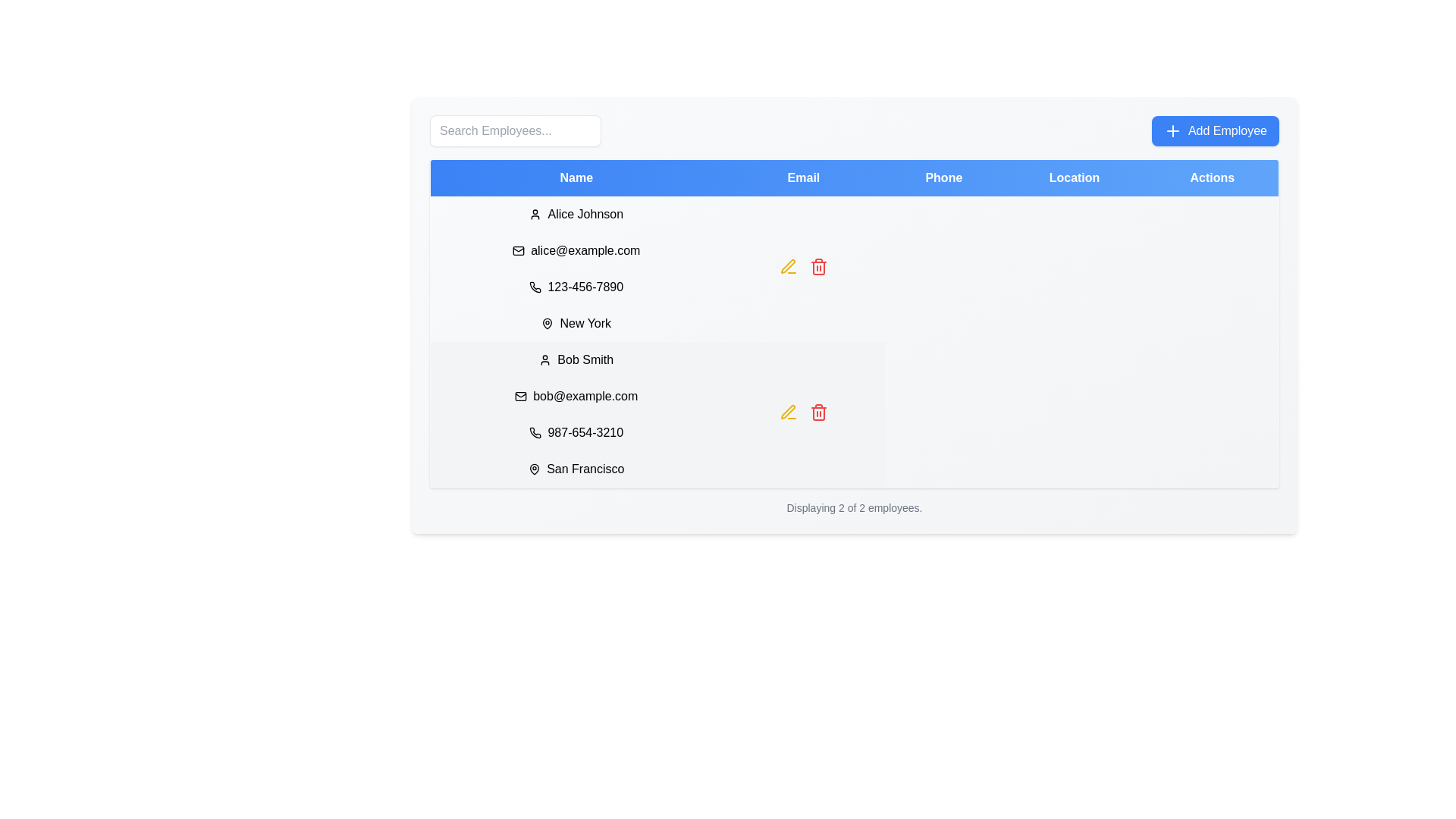 The height and width of the screenshot is (819, 1456). Describe the element at coordinates (576, 359) in the screenshot. I see `the display label for a person's name located in the second row of the table under the 'Name' column, to the left of the email 'bob@example.com'` at that location.